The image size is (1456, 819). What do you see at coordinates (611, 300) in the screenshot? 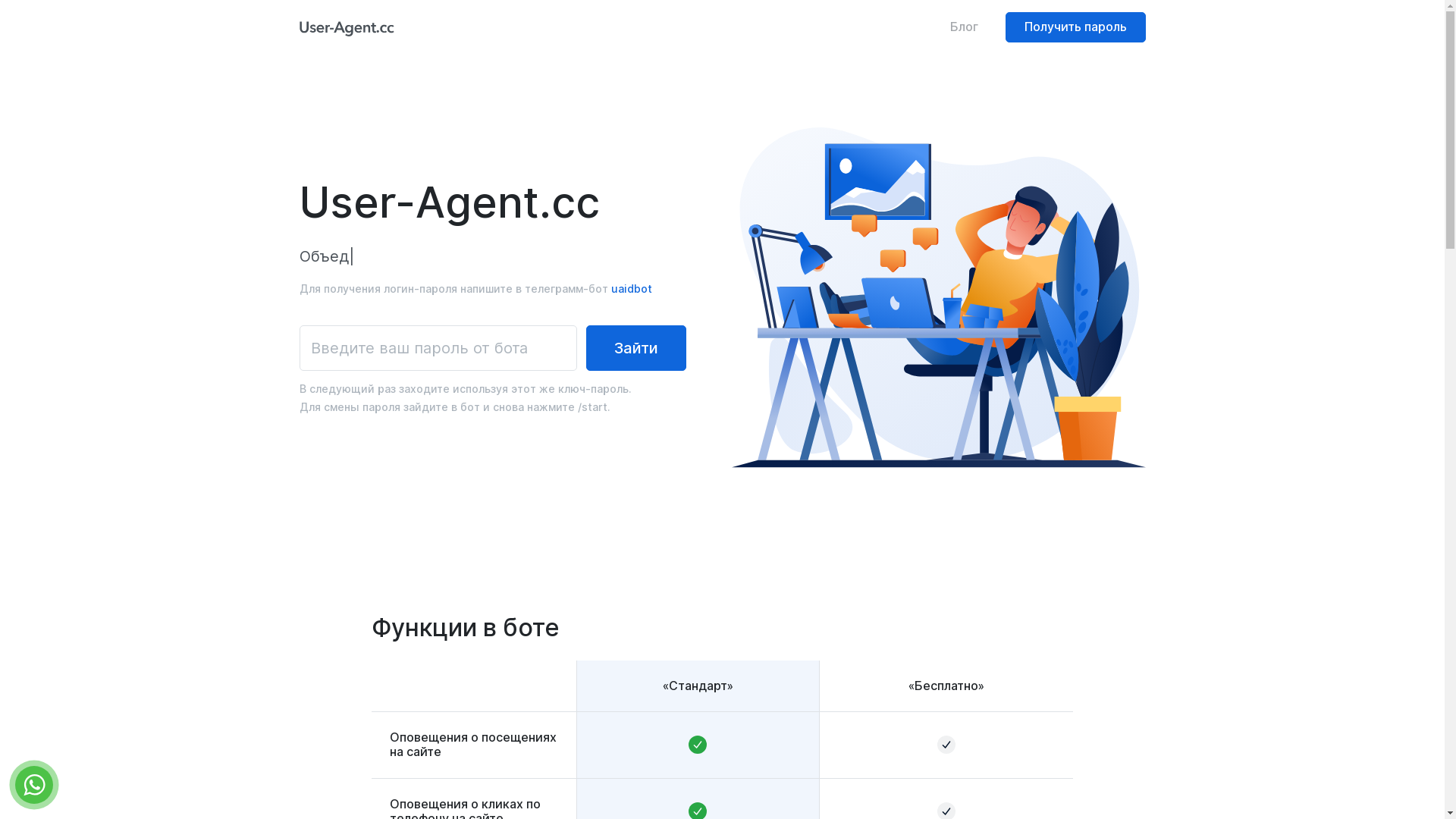
I see `'uaidbot'` at bounding box center [611, 300].